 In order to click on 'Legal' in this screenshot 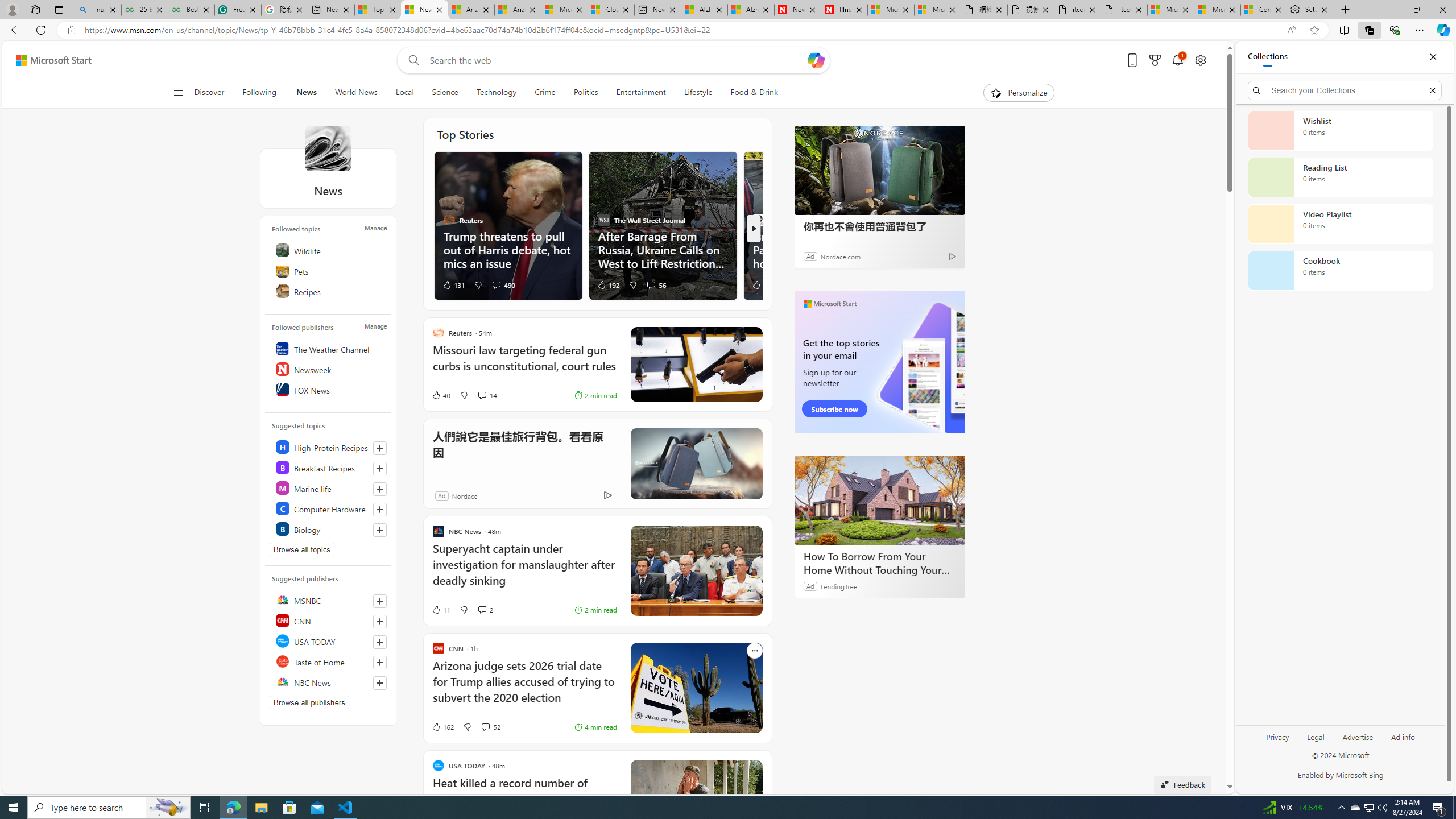, I will do `click(1316, 736)`.